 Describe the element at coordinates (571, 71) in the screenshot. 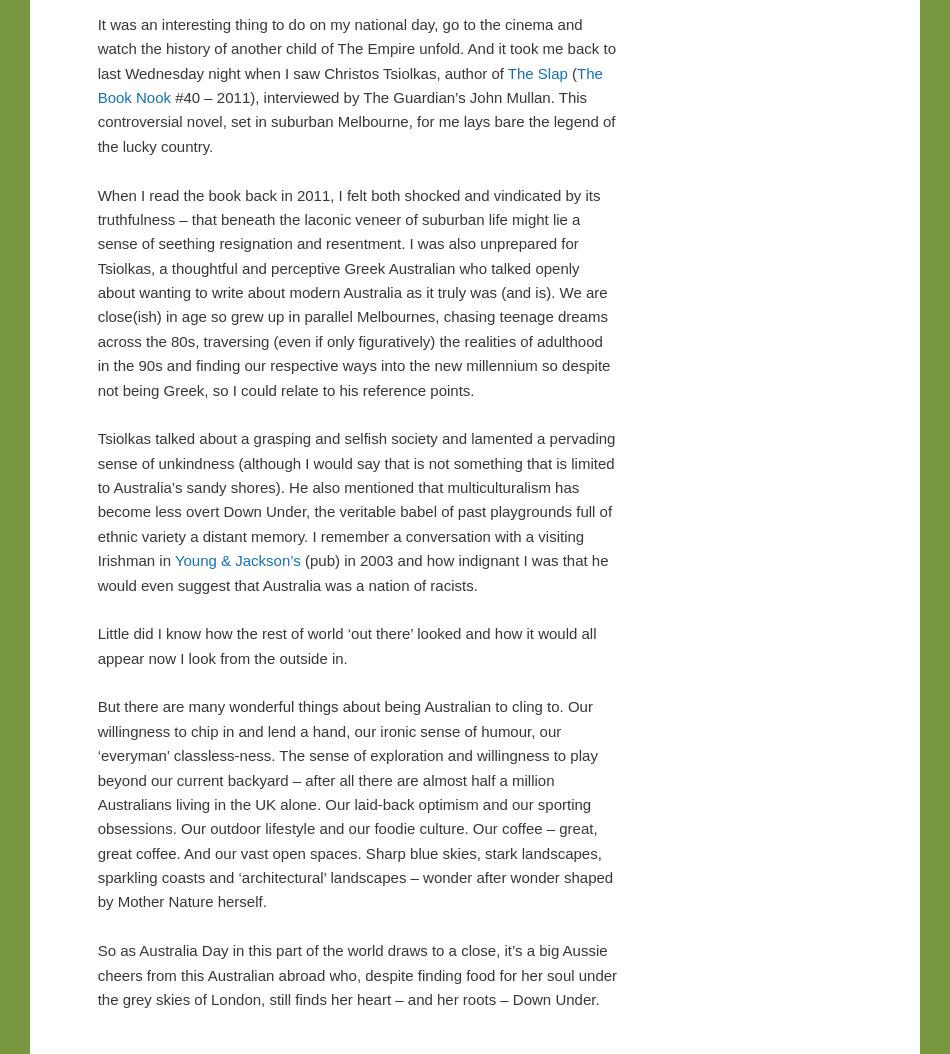

I see `'('` at that location.